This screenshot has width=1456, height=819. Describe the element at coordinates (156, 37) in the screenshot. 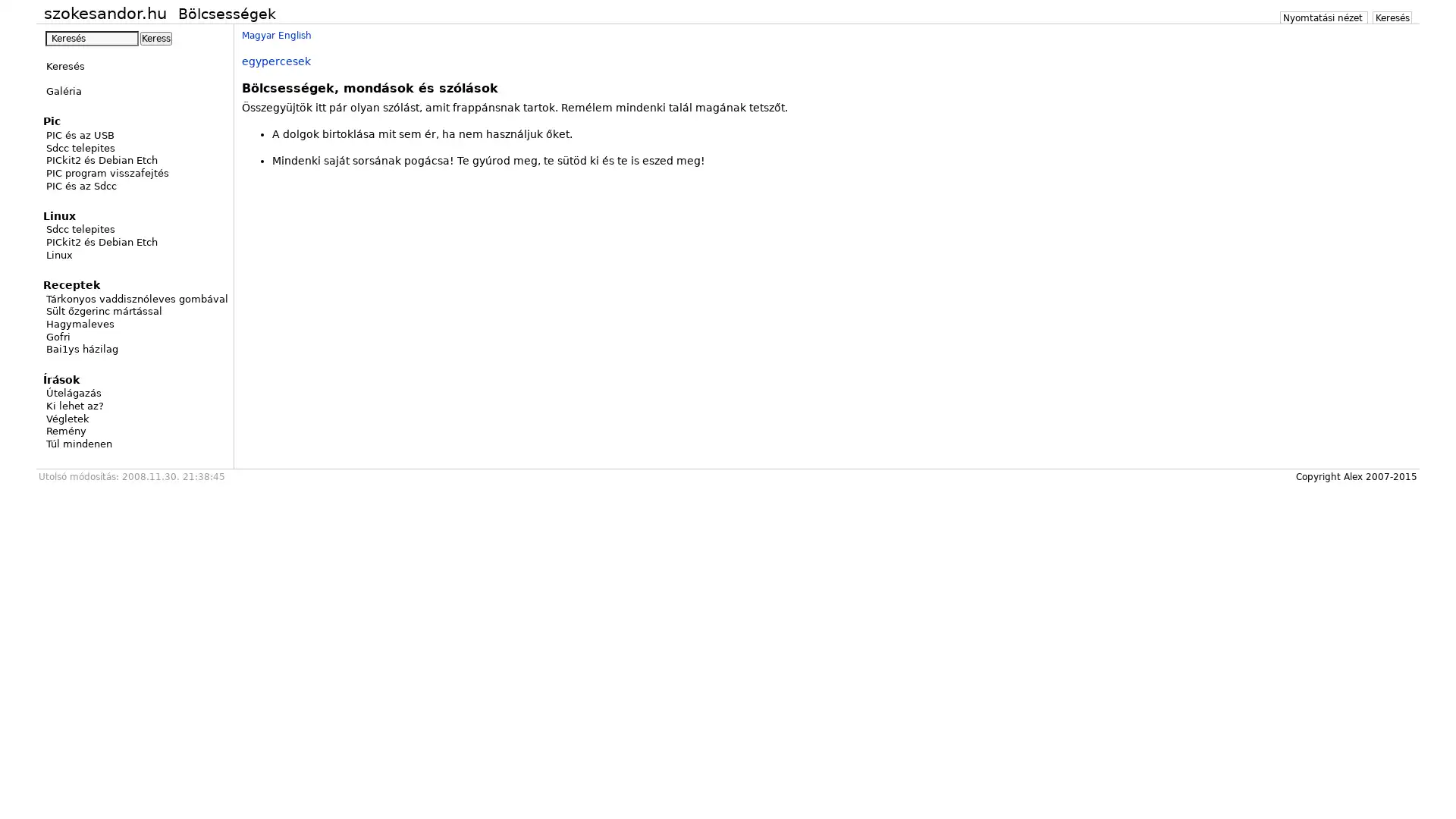

I see `Keress` at that location.